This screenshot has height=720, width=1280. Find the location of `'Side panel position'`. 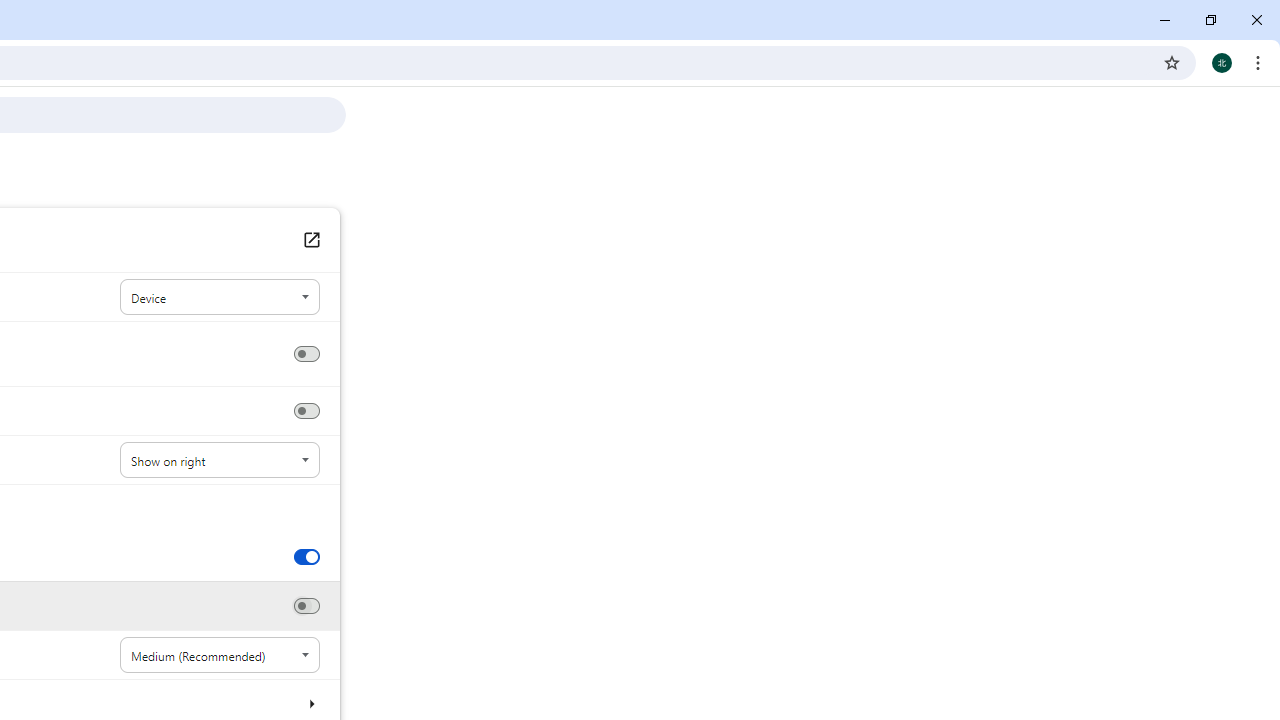

'Side panel position' is located at coordinates (219, 460).